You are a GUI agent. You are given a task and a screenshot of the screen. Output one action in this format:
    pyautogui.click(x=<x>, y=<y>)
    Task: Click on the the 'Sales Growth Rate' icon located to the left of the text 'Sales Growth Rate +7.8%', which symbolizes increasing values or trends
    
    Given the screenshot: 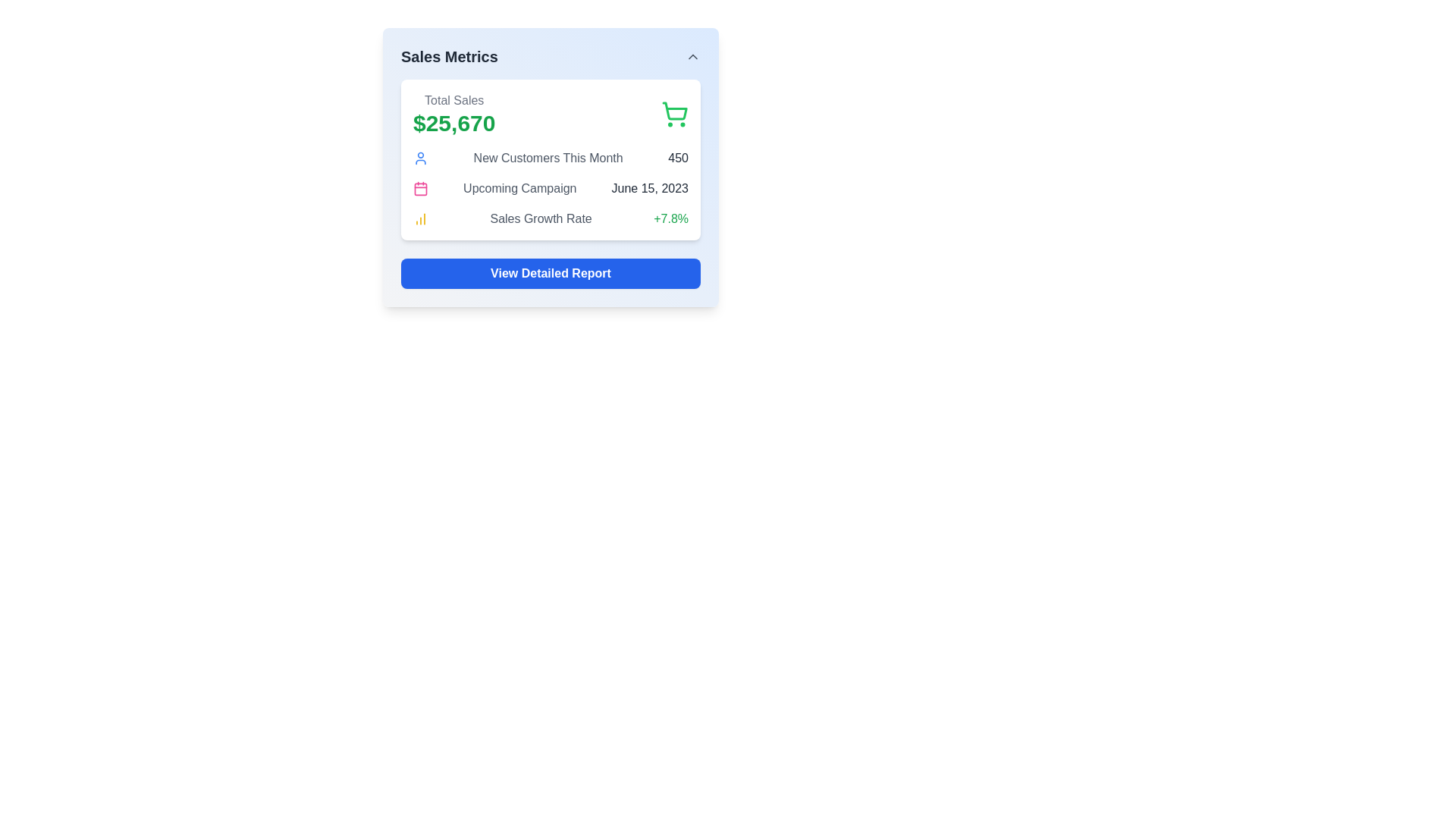 What is the action you would take?
    pyautogui.click(x=421, y=219)
    